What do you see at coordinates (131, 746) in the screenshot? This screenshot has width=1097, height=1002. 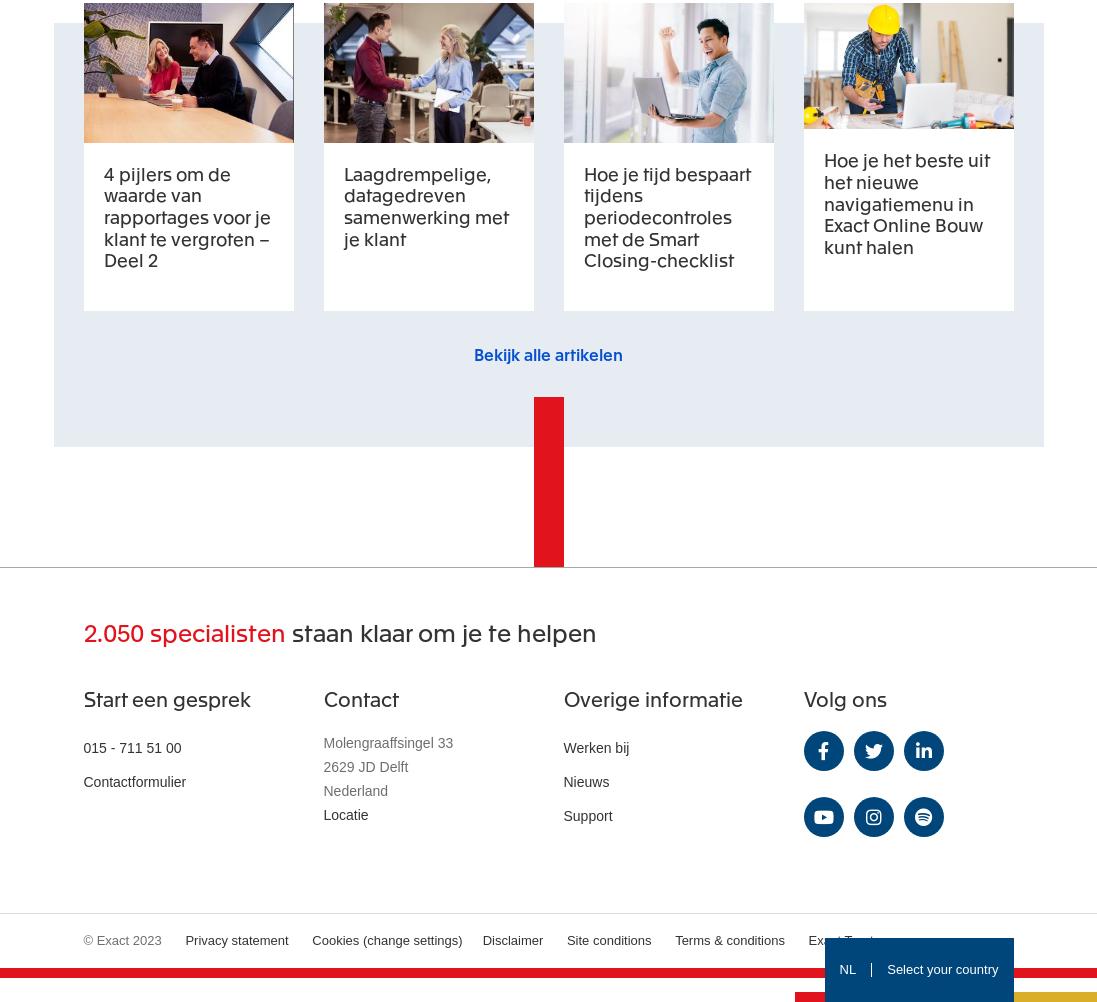 I see `'015 - 711 51 00'` at bounding box center [131, 746].